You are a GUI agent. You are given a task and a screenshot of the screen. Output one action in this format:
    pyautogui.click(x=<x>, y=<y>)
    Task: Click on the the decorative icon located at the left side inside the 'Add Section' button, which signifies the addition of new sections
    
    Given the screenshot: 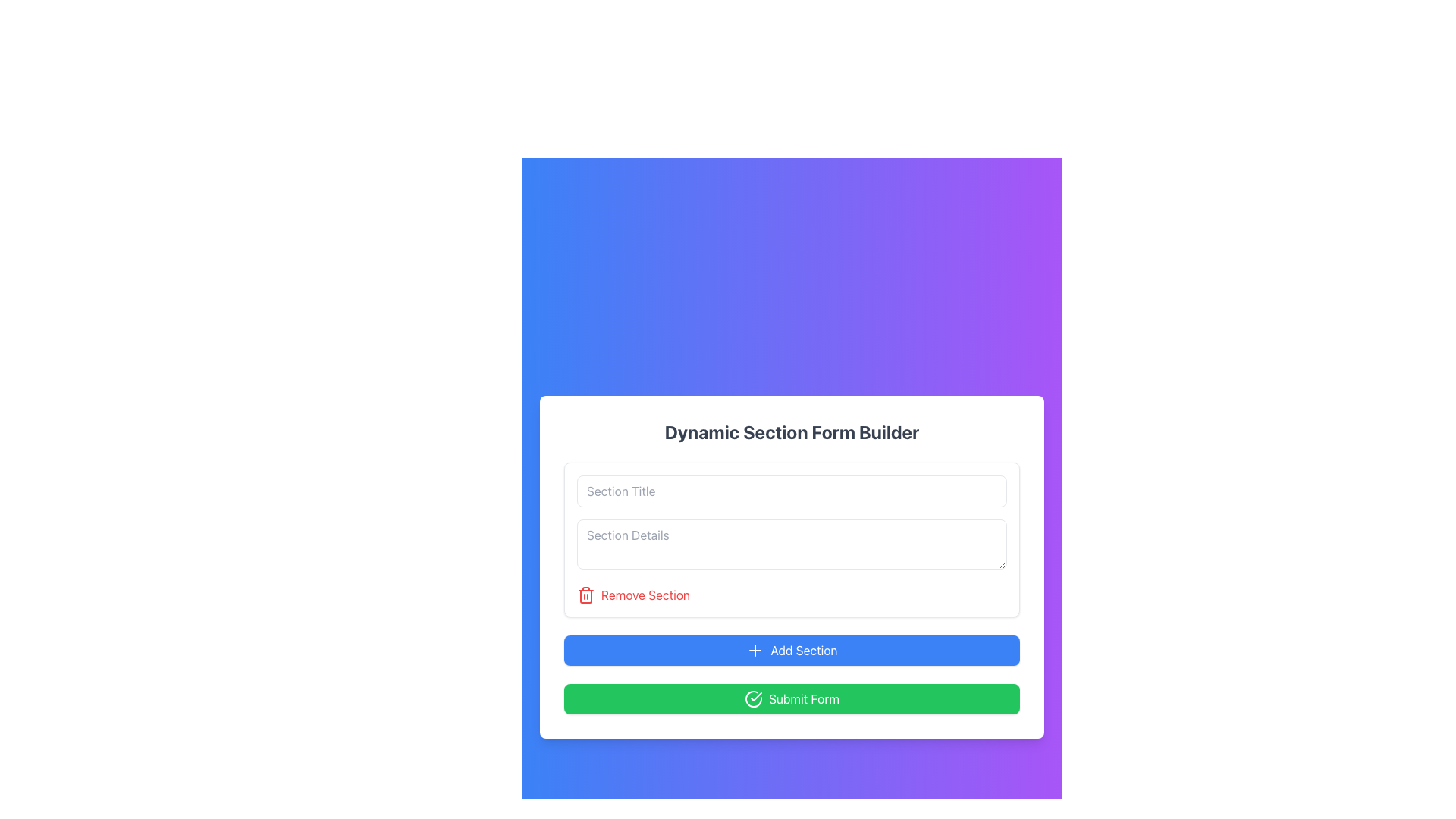 What is the action you would take?
    pyautogui.click(x=755, y=649)
    